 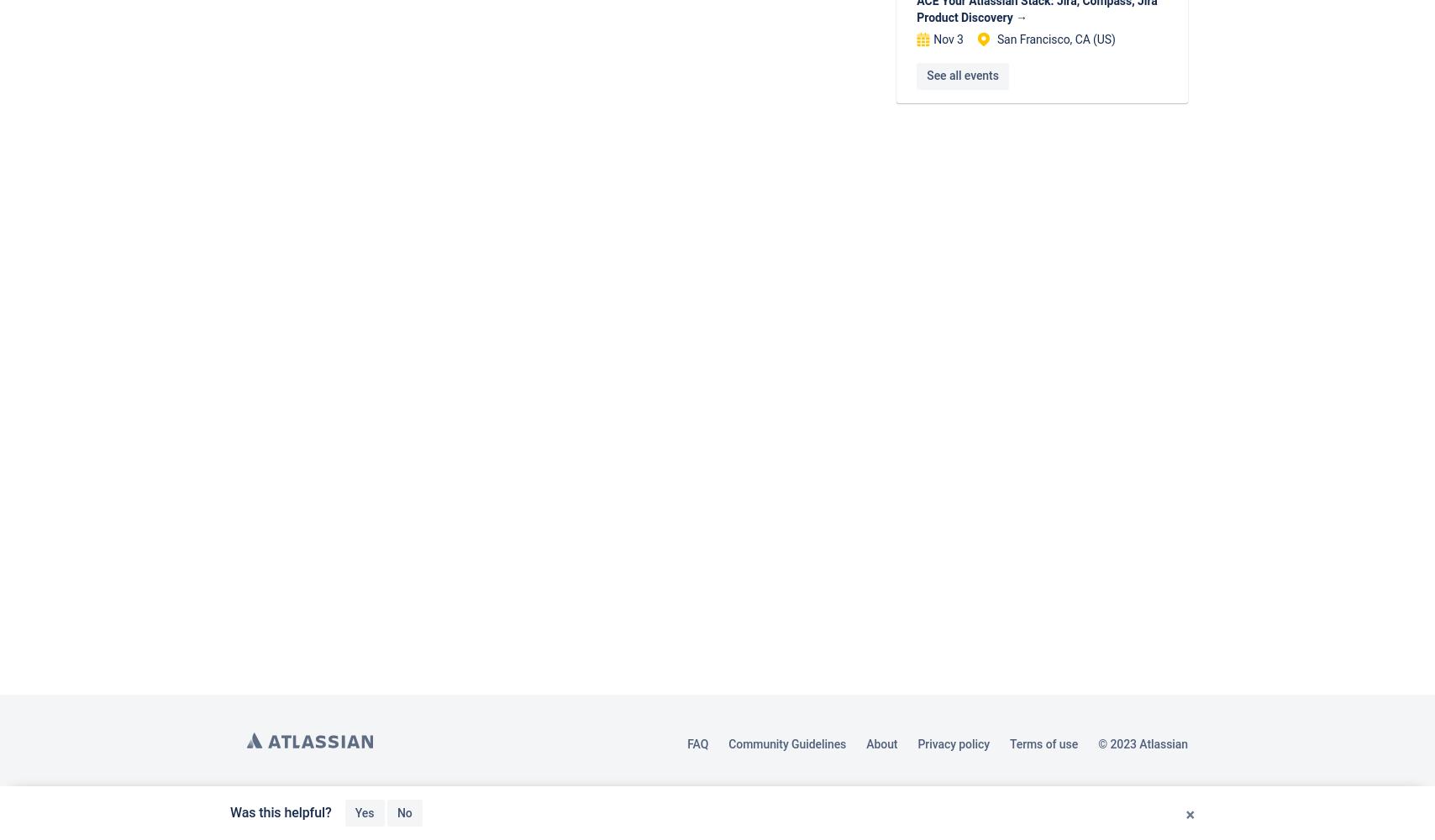 I want to click on 'Yes', so click(x=364, y=812).